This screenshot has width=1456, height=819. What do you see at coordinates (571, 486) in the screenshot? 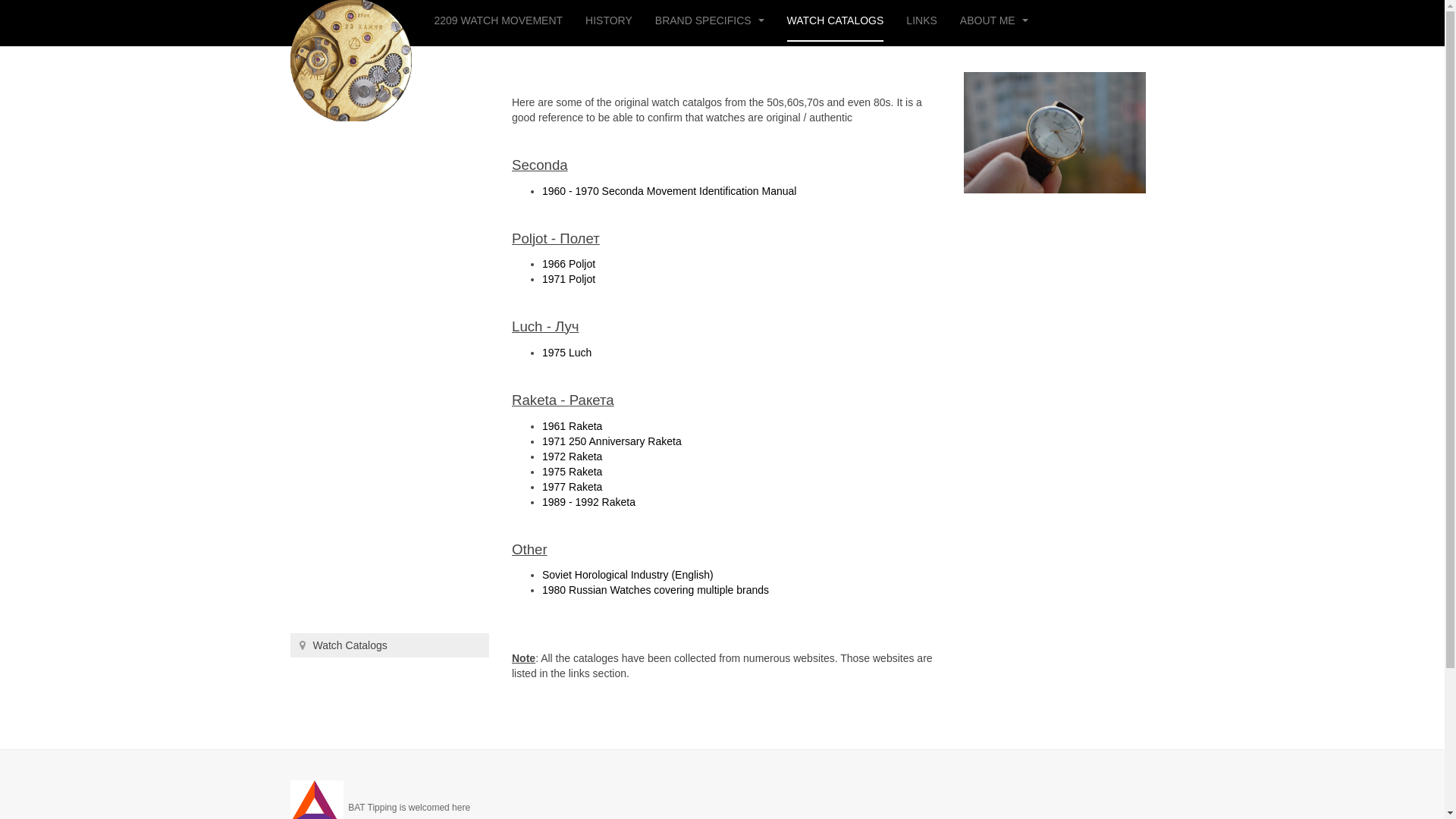
I see `'1977 Raketa'` at bounding box center [571, 486].